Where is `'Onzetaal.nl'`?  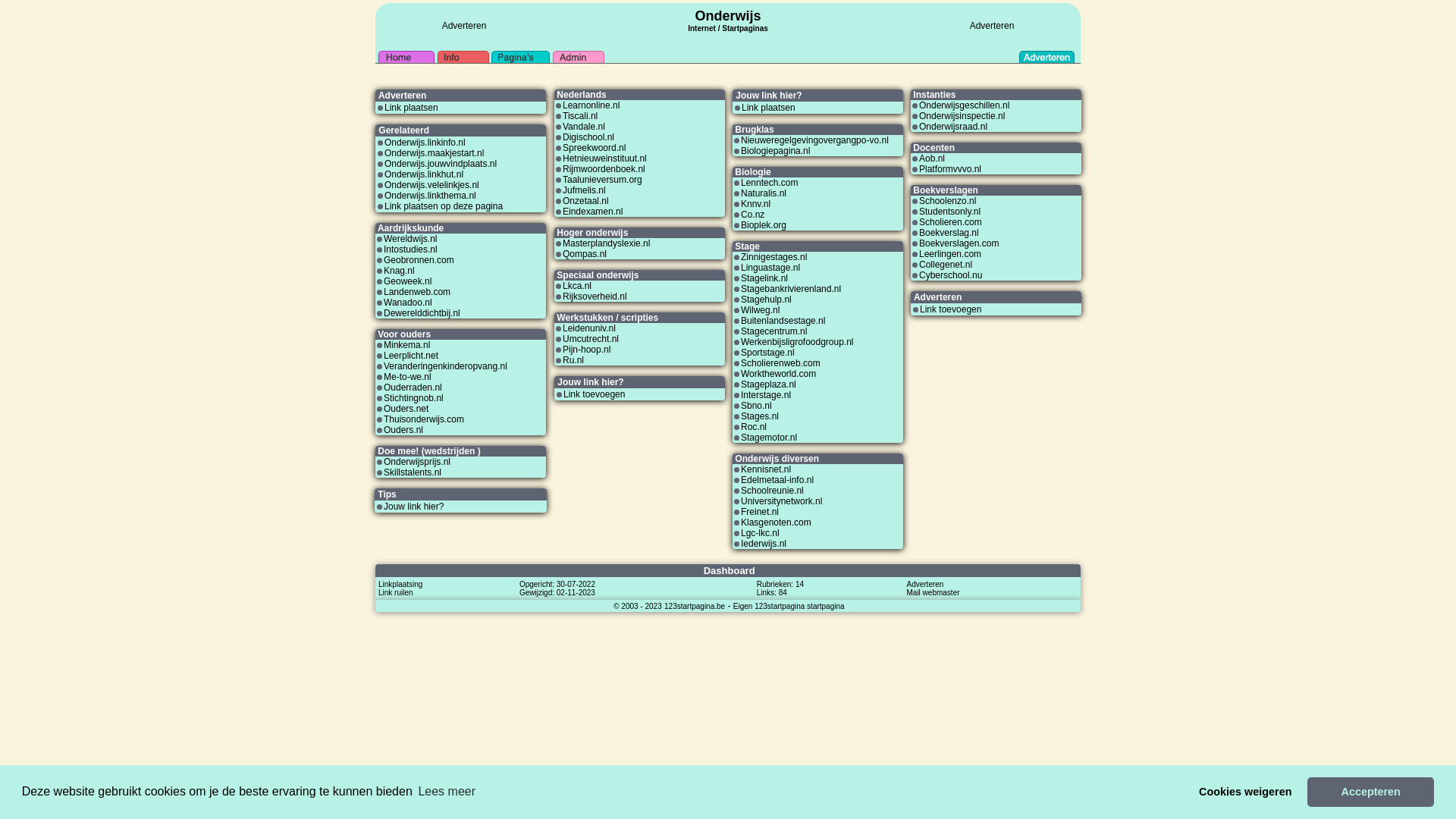 'Onzetaal.nl' is located at coordinates (585, 200).